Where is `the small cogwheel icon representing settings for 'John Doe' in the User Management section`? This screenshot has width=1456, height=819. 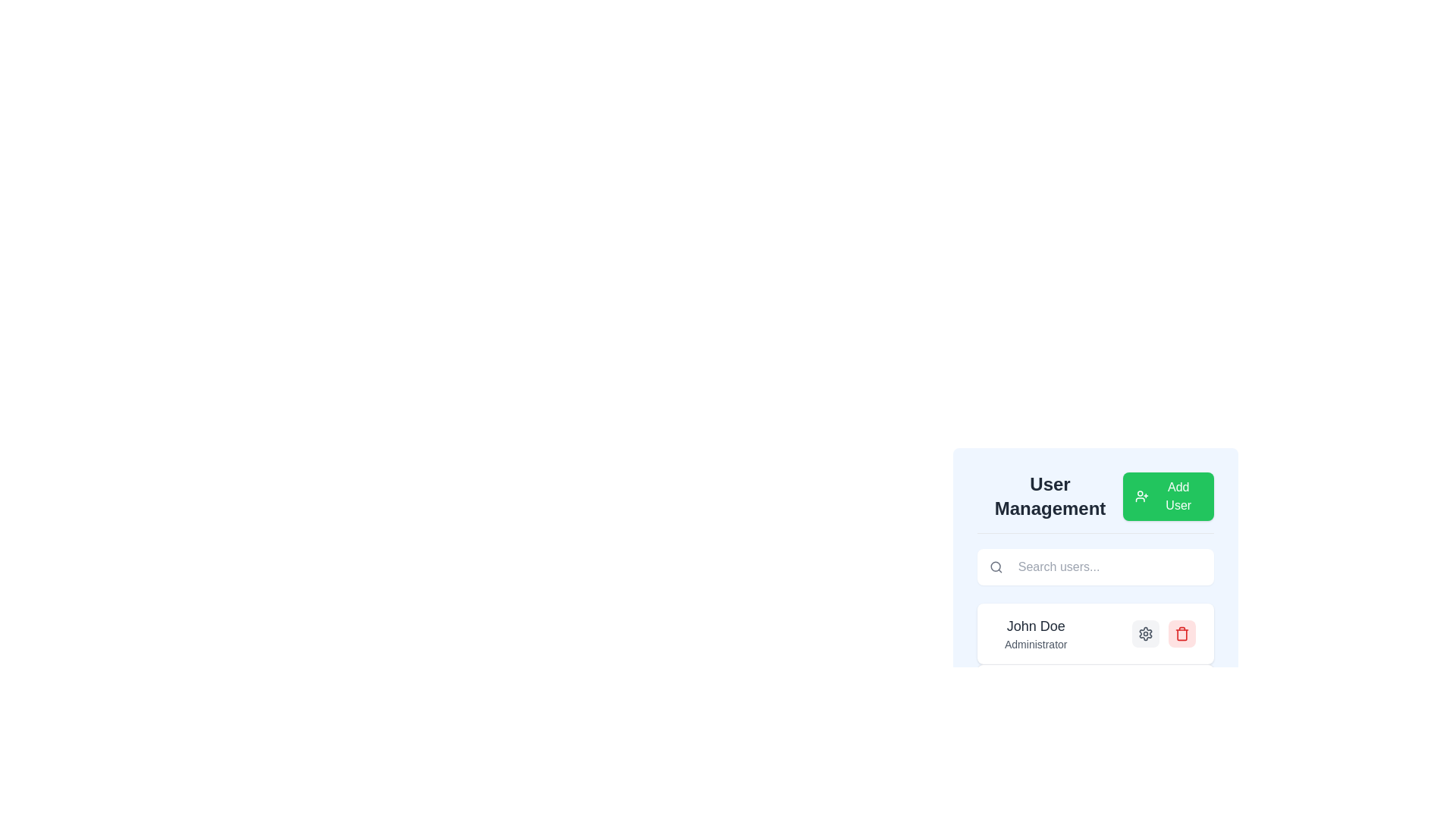
the small cogwheel icon representing settings for 'John Doe' in the User Management section is located at coordinates (1146, 634).